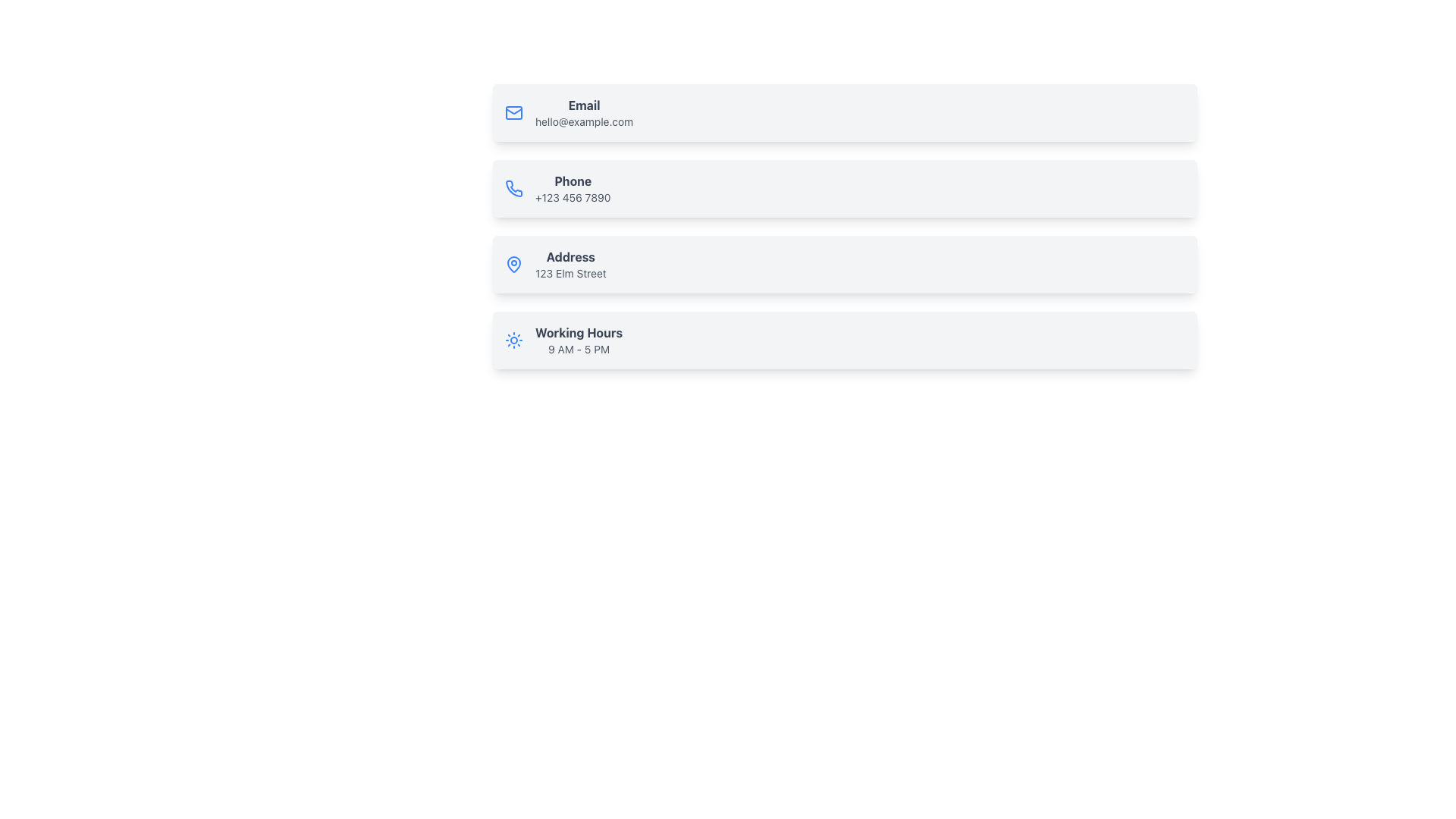 The width and height of the screenshot is (1456, 819). What do you see at coordinates (844, 339) in the screenshot?
I see `the Information block displaying operational hours, located at the bottom of the vertical list of sections titled 'Email,' 'Phone,' and 'Address.'` at bounding box center [844, 339].